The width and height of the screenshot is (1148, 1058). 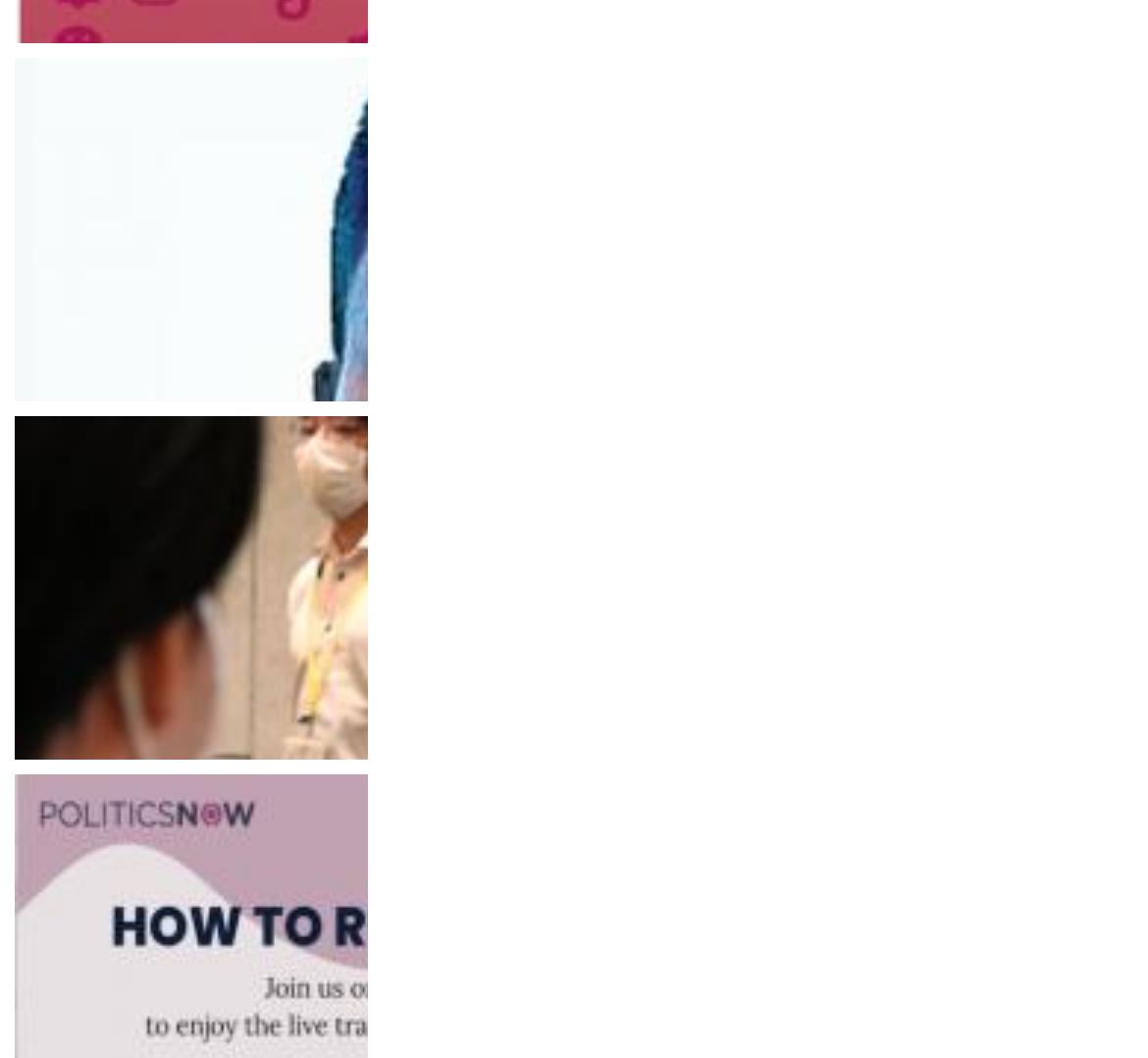 What do you see at coordinates (110, 757) in the screenshot?
I see `'Friday, December 09, 2022'` at bounding box center [110, 757].